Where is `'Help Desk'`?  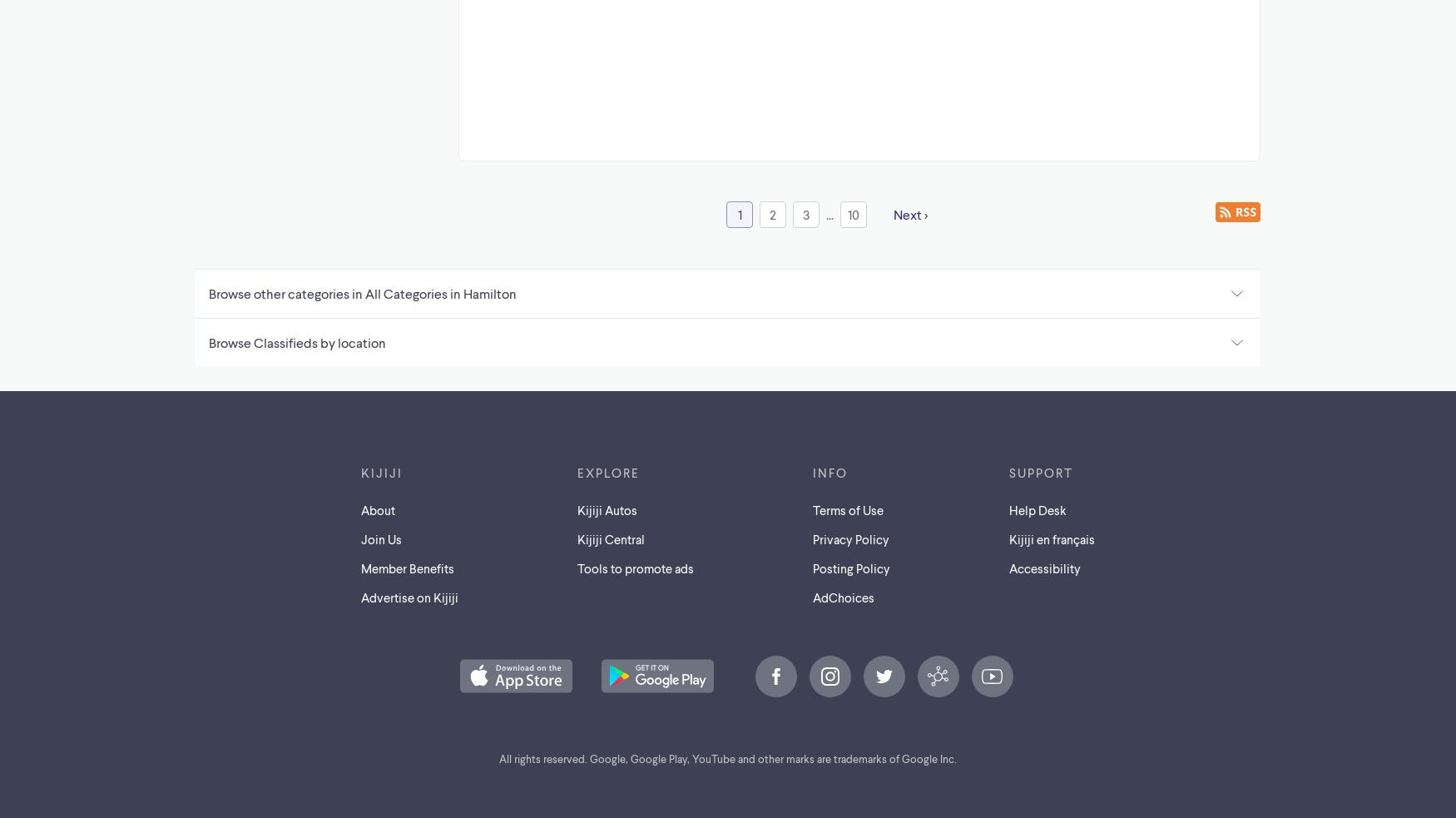
'Help Desk' is located at coordinates (1037, 509).